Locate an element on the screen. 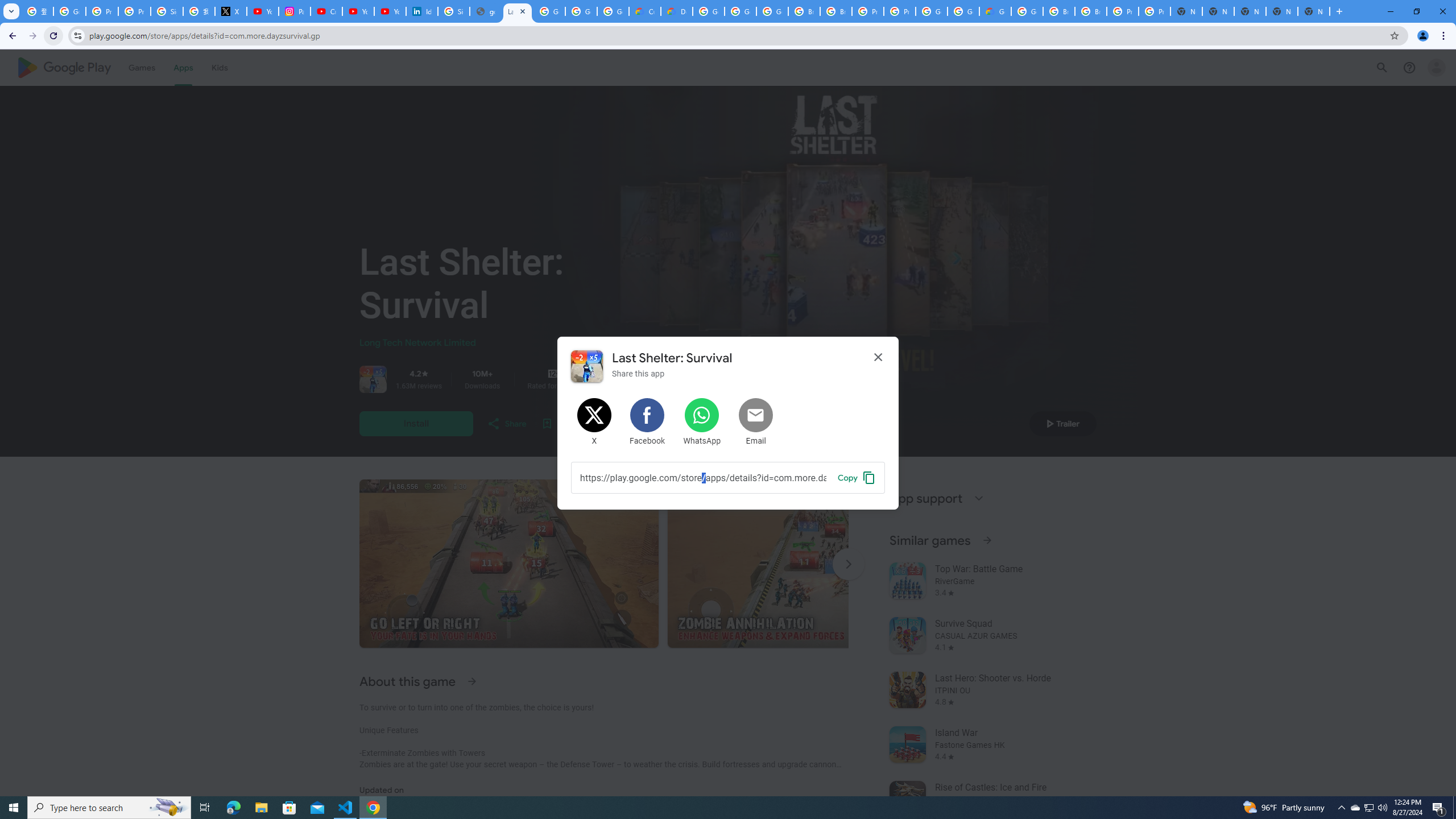 This screenshot has height=819, width=1456. 'Browse Chrome as a guest - Computer - Google Chrome Help' is located at coordinates (804, 11).